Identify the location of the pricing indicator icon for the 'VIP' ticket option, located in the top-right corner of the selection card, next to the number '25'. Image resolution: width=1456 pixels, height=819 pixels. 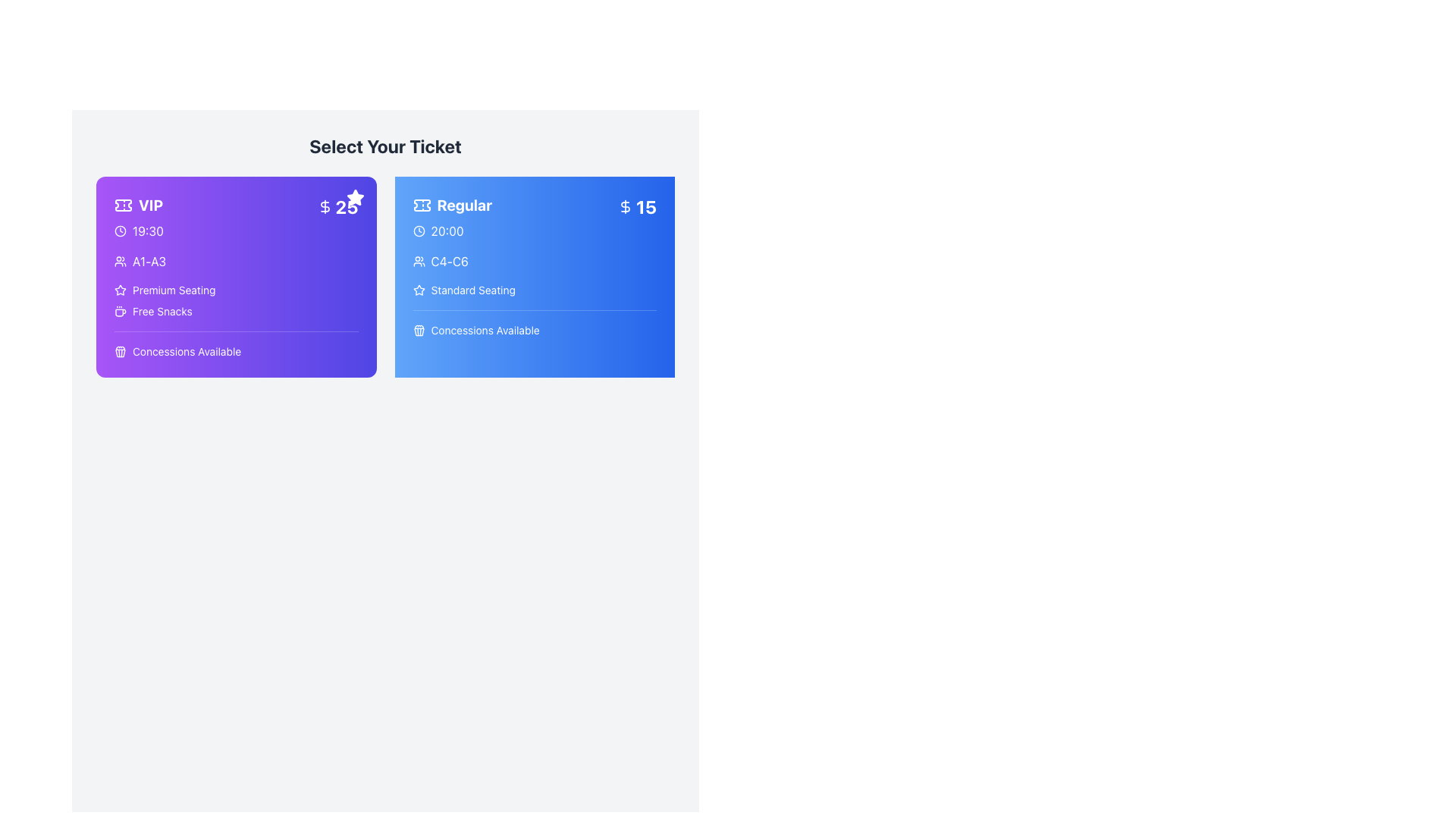
(324, 207).